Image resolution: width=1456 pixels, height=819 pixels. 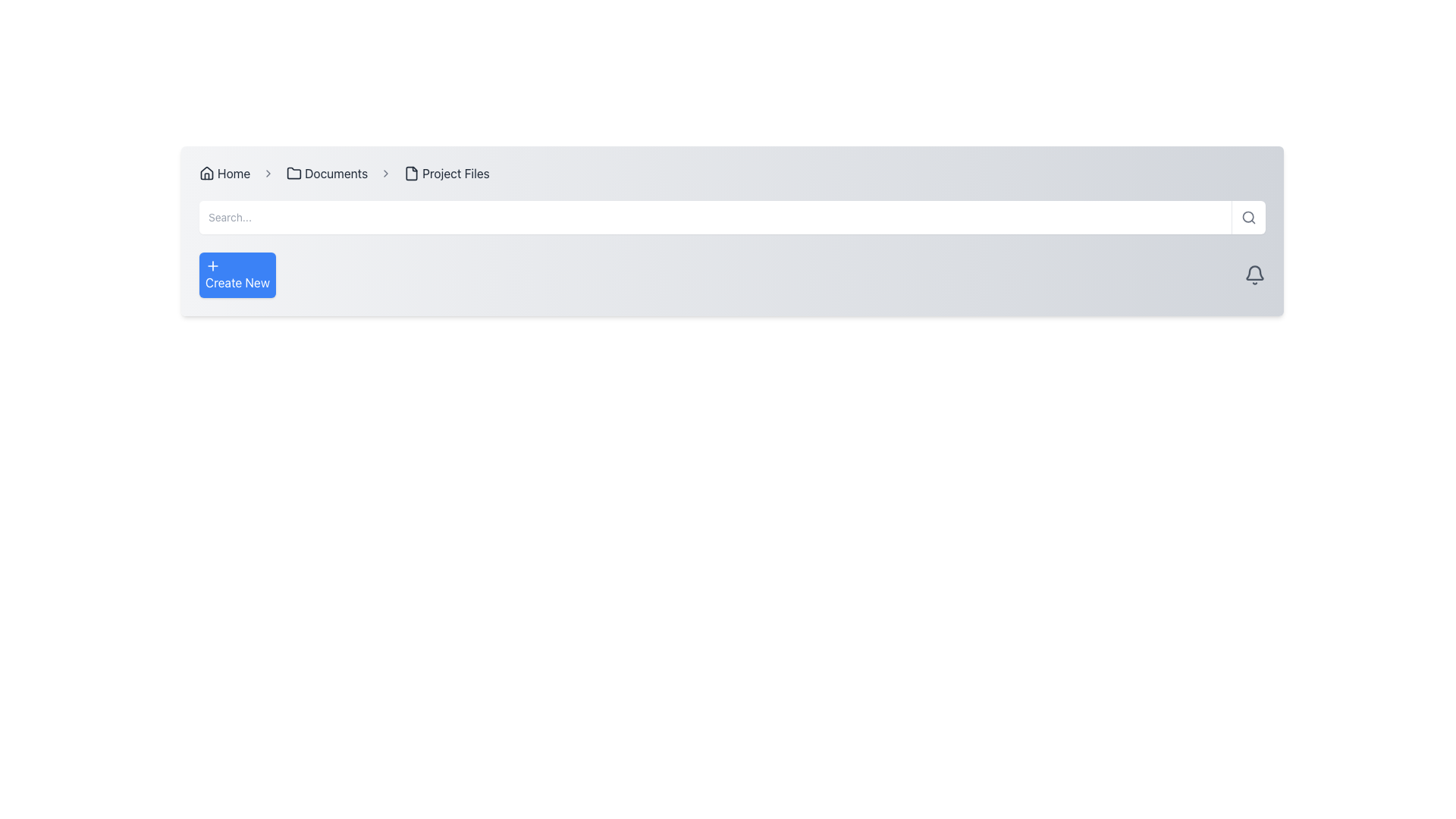 I want to click on the 'Documents' breadcrumb navigational link, which is the second item in the breadcrumb navigation component, located between 'Home' and 'Project Files', so click(x=326, y=172).